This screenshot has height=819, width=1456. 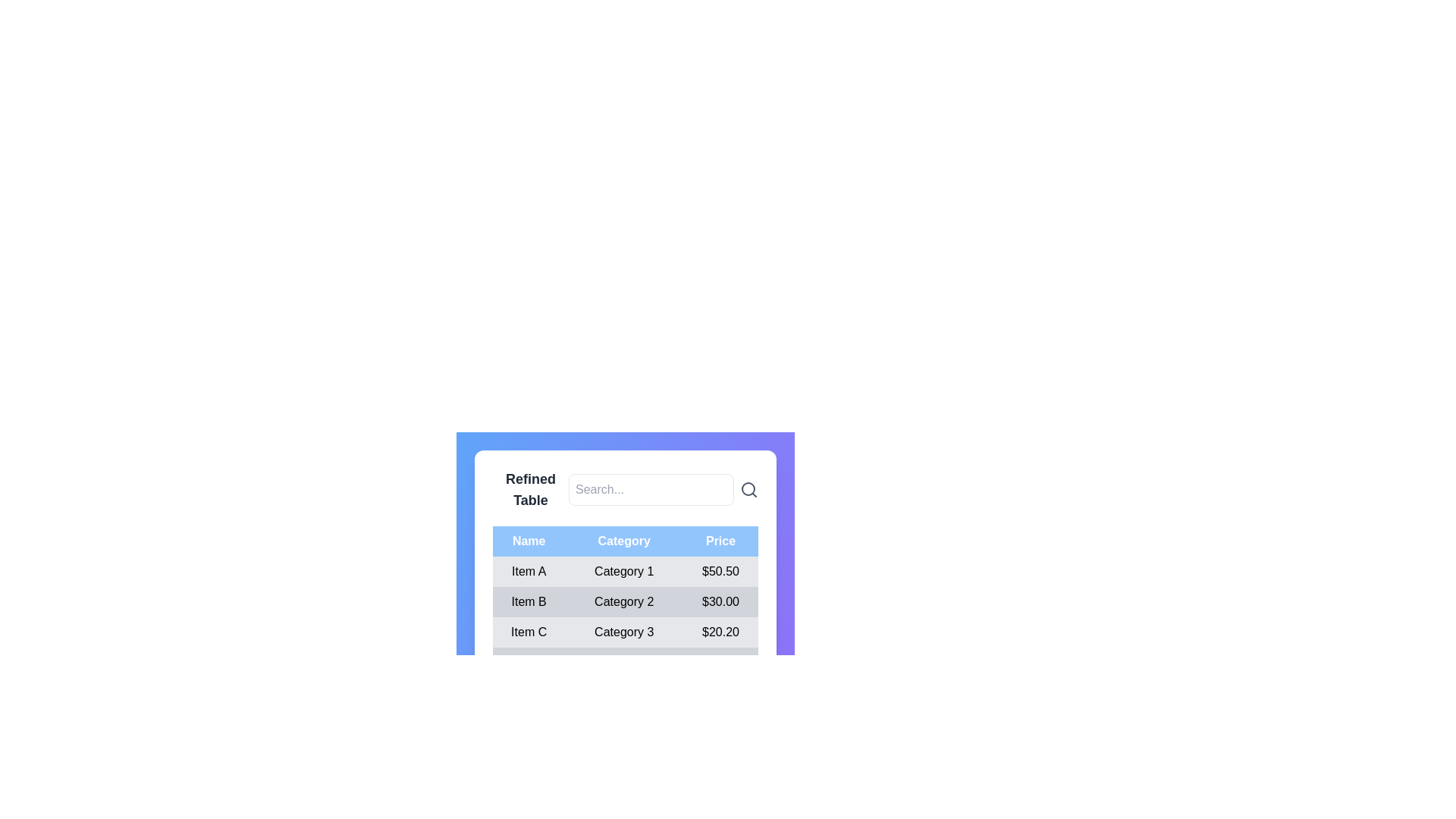 What do you see at coordinates (720, 601) in the screenshot?
I see `the text label displaying '$30.00' which is located in the 'Price' column of the 'Refined Table' under 'Item B' and 'Category 2'` at bounding box center [720, 601].